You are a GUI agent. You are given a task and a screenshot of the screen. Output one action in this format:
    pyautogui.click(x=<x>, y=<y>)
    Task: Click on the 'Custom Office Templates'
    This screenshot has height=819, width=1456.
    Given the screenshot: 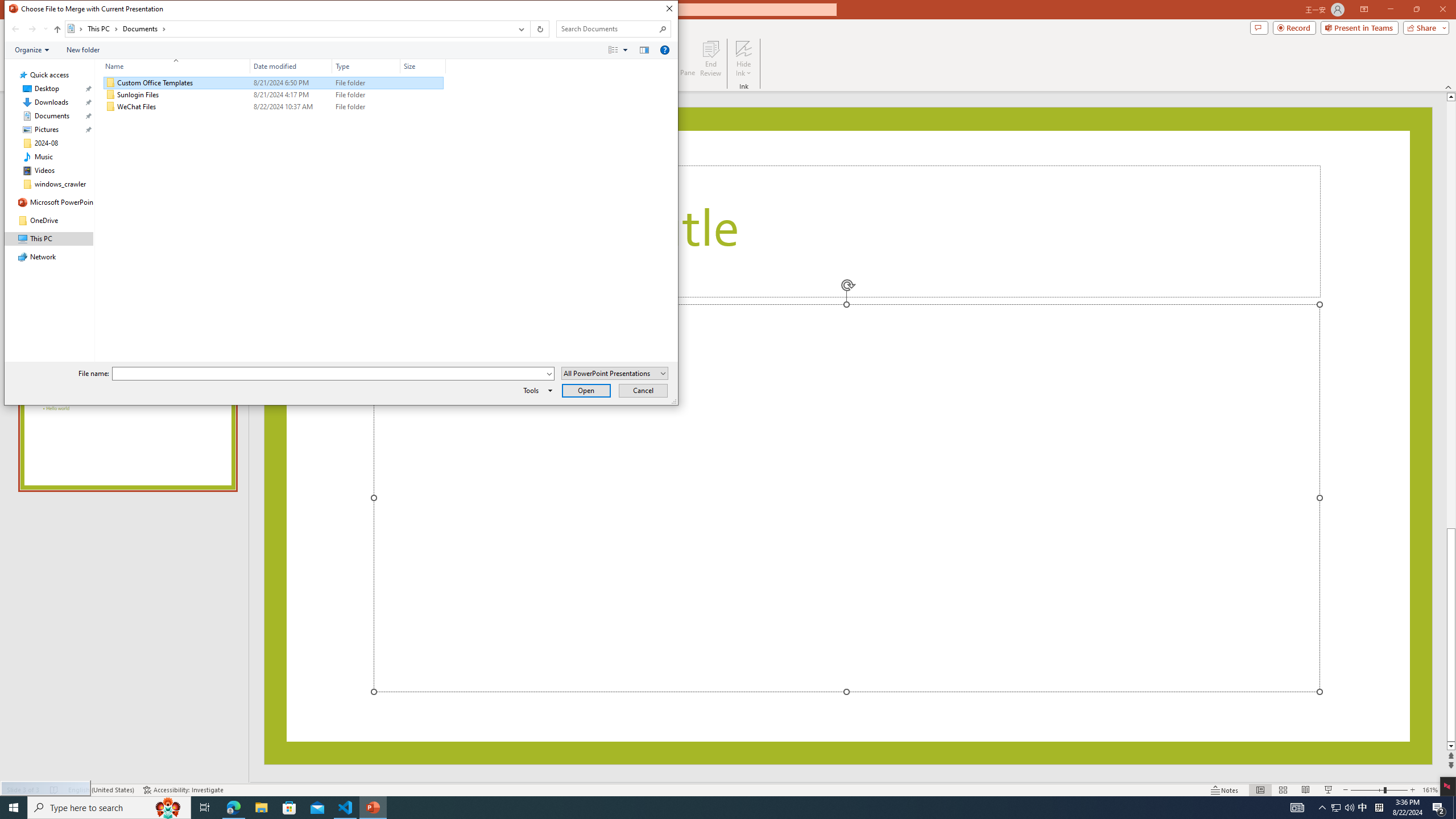 What is the action you would take?
    pyautogui.click(x=274, y=82)
    